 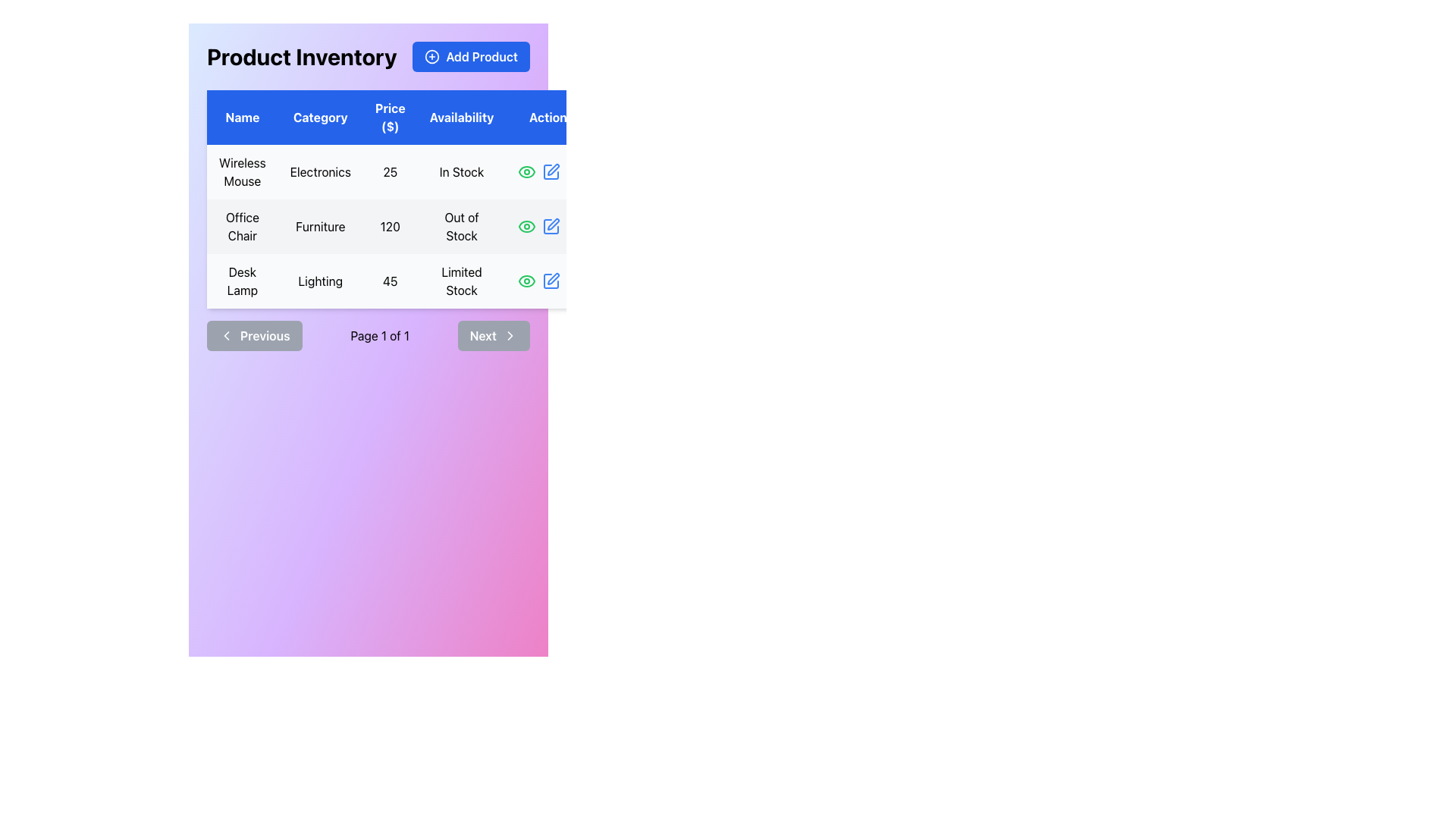 What do you see at coordinates (390, 227) in the screenshot?
I see `the Text Display Element that shows the price of the 'Office Chair' in the product inventory list, located in the 'Price ($)' column of the data table` at bounding box center [390, 227].